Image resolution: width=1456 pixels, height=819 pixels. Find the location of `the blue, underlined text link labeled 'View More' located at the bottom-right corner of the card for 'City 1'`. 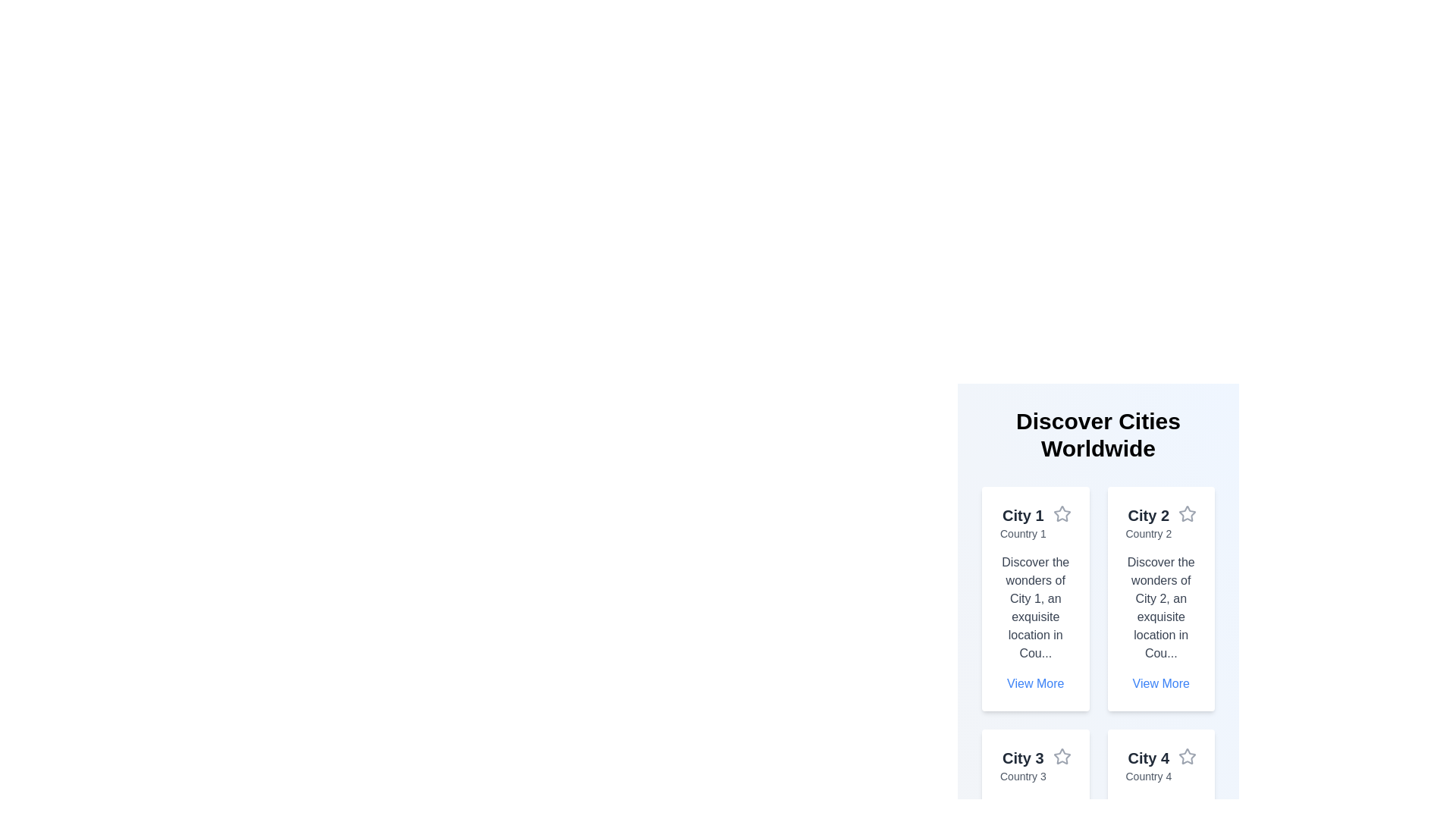

the blue, underlined text link labeled 'View More' located at the bottom-right corner of the card for 'City 1' is located at coordinates (1034, 684).